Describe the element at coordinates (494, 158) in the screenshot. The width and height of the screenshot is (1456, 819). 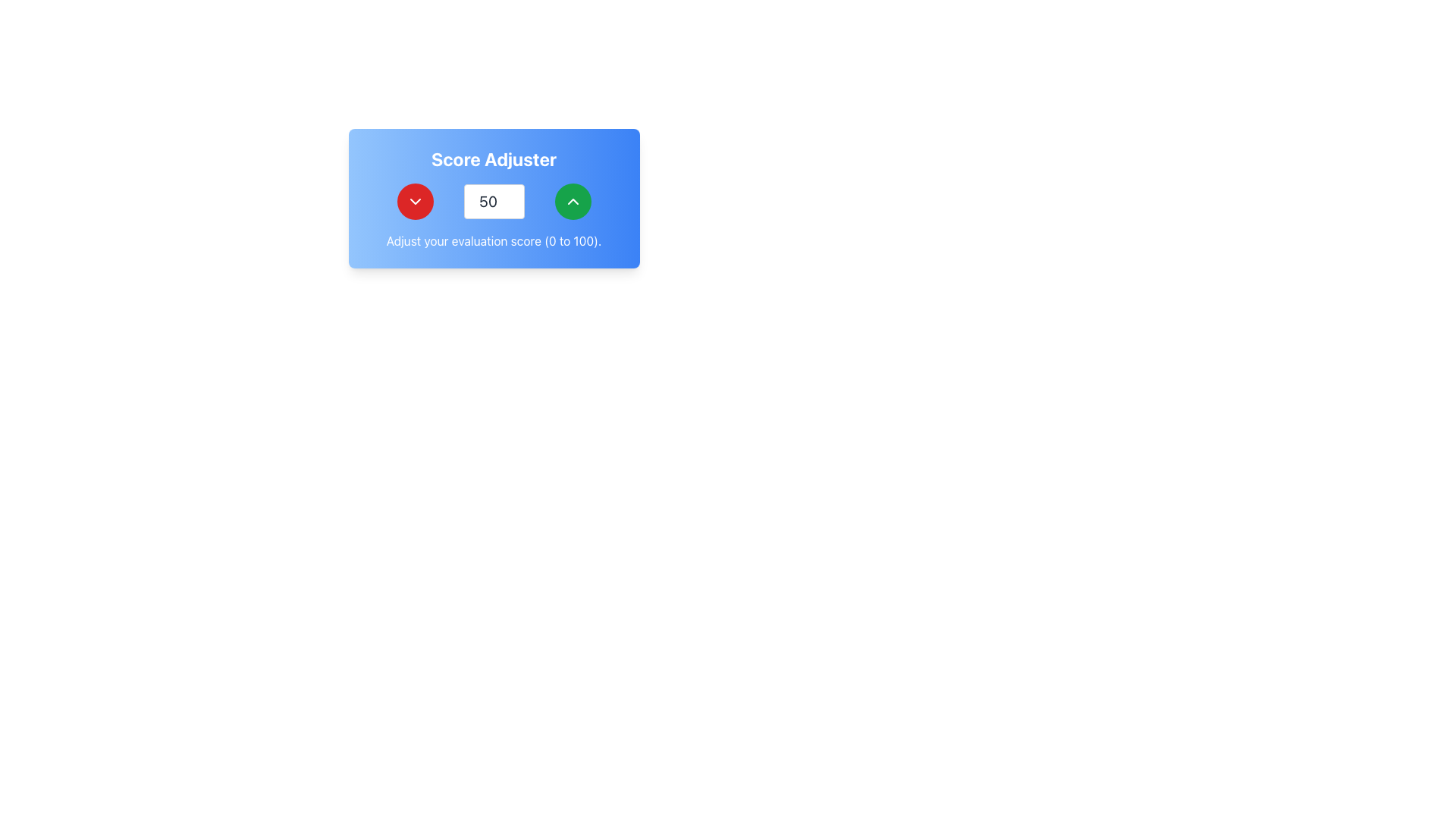
I see `title text 'Score Adjuster' which is styled as a large, bold, white font and located at the top of the card-like element with a gradient blue background` at that location.